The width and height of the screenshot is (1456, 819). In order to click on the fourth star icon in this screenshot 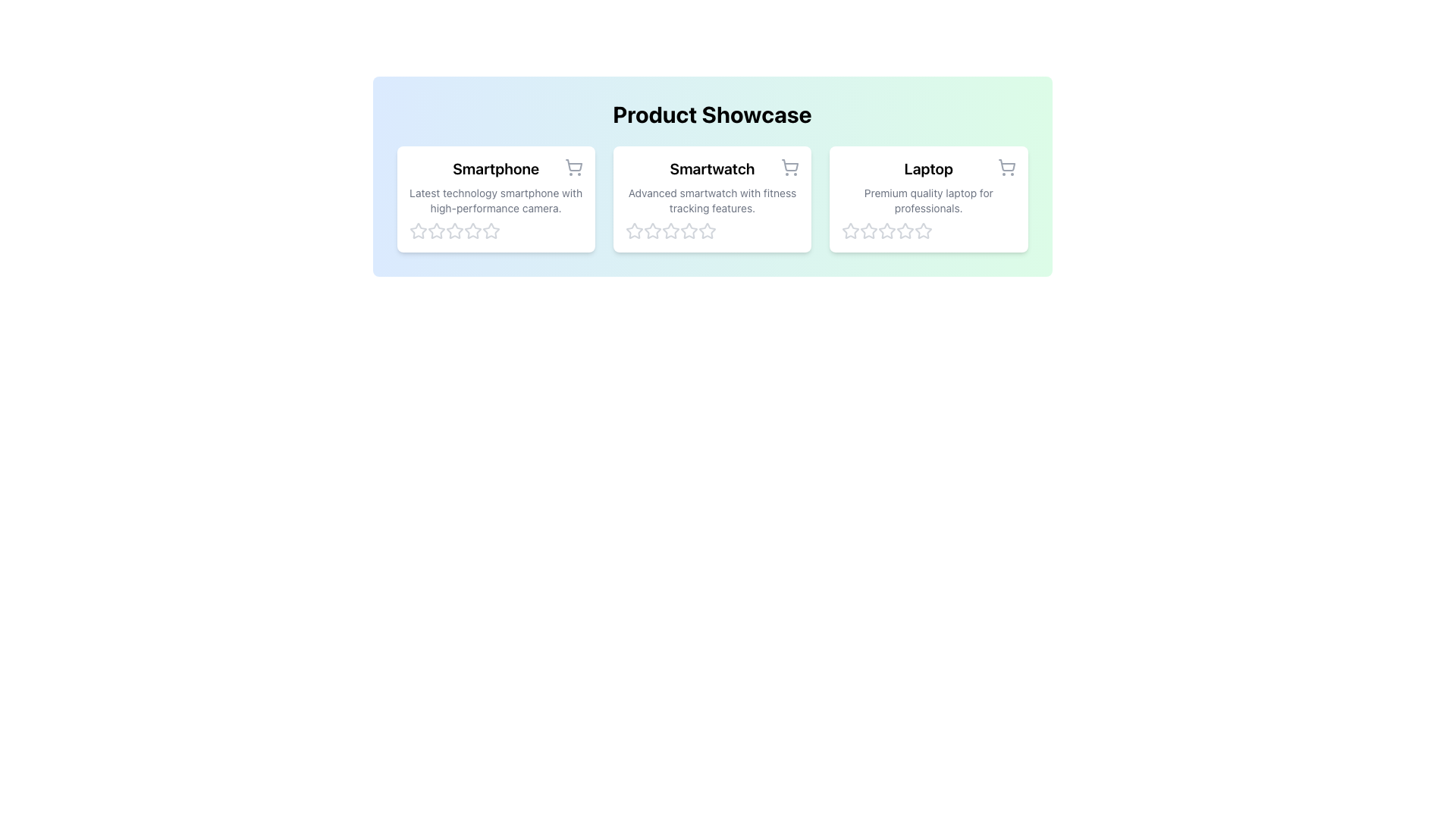, I will do `click(472, 231)`.